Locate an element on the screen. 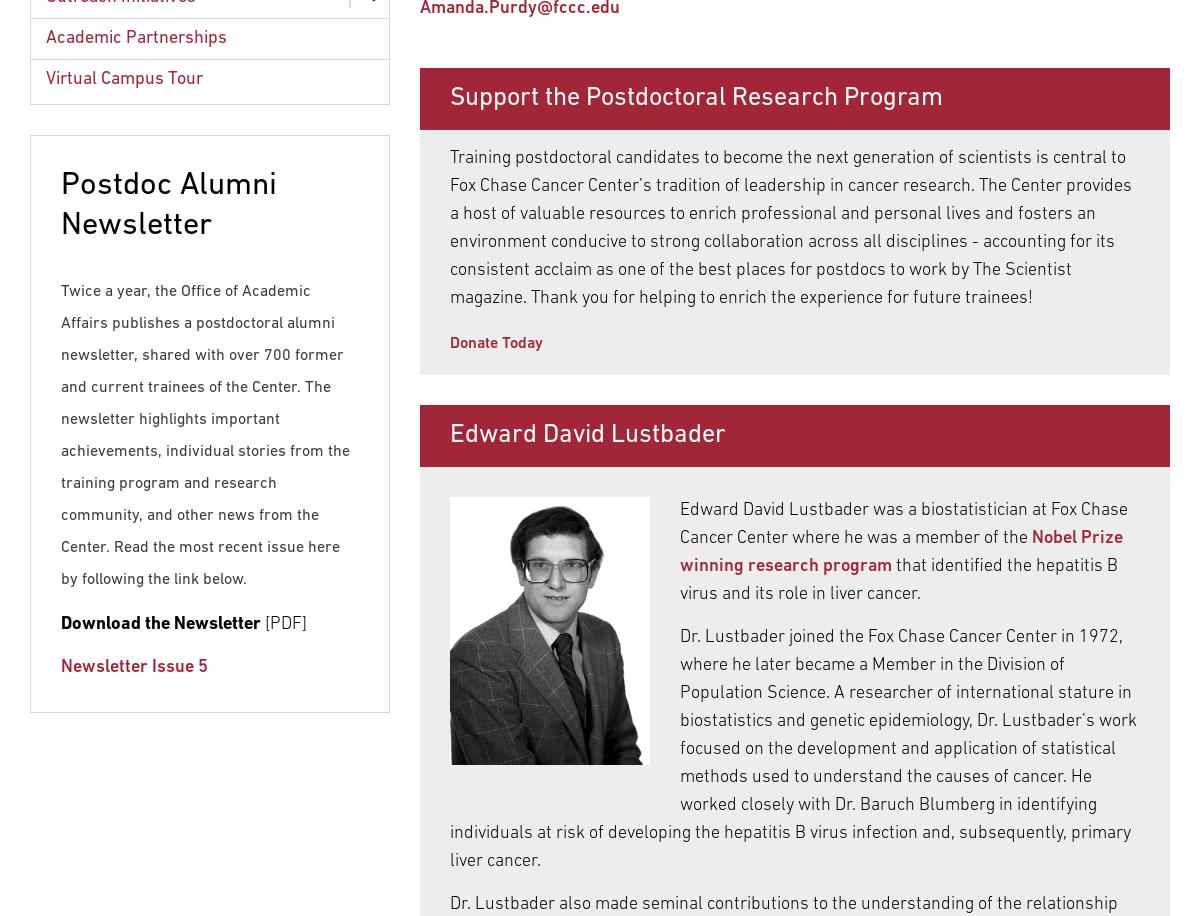 This screenshot has width=1200, height=916. 'Virtual Campus Tour' is located at coordinates (124, 77).